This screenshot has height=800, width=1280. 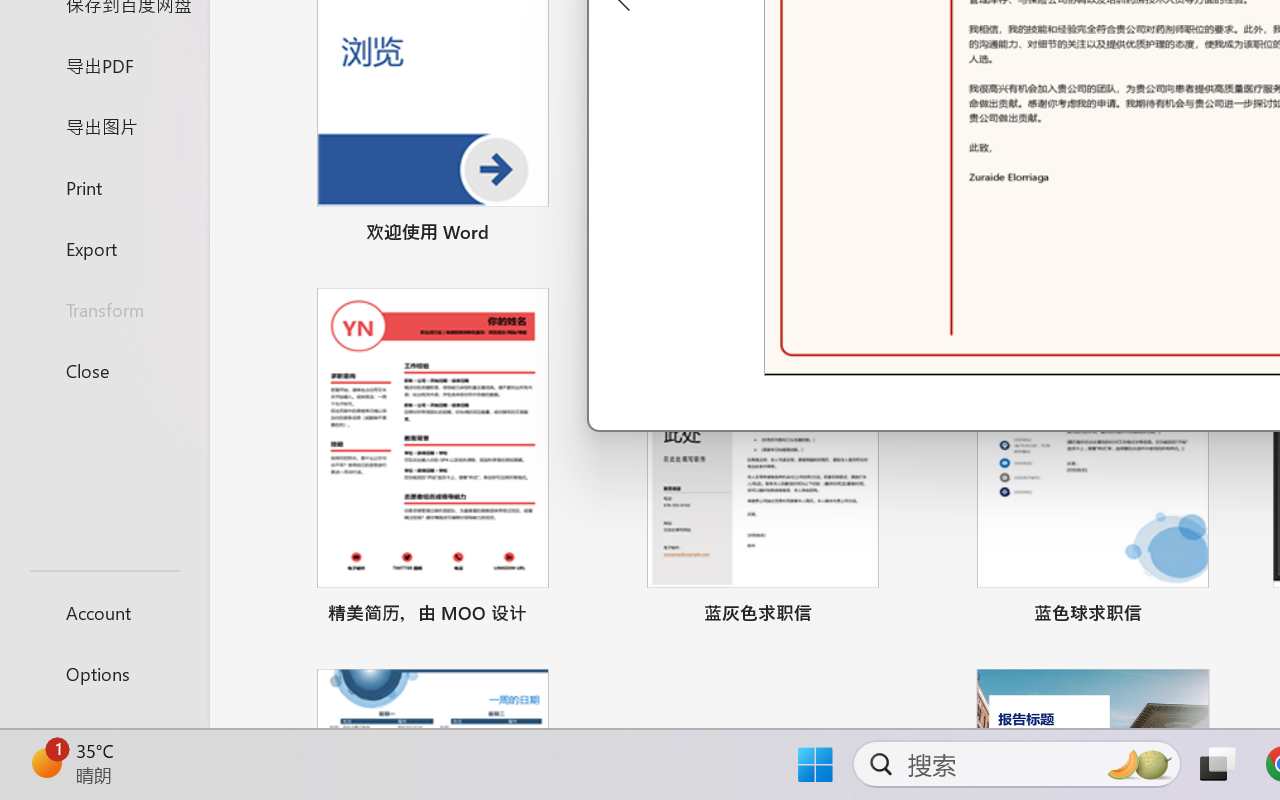 I want to click on 'Pin to list', so click(x=1222, y=616).